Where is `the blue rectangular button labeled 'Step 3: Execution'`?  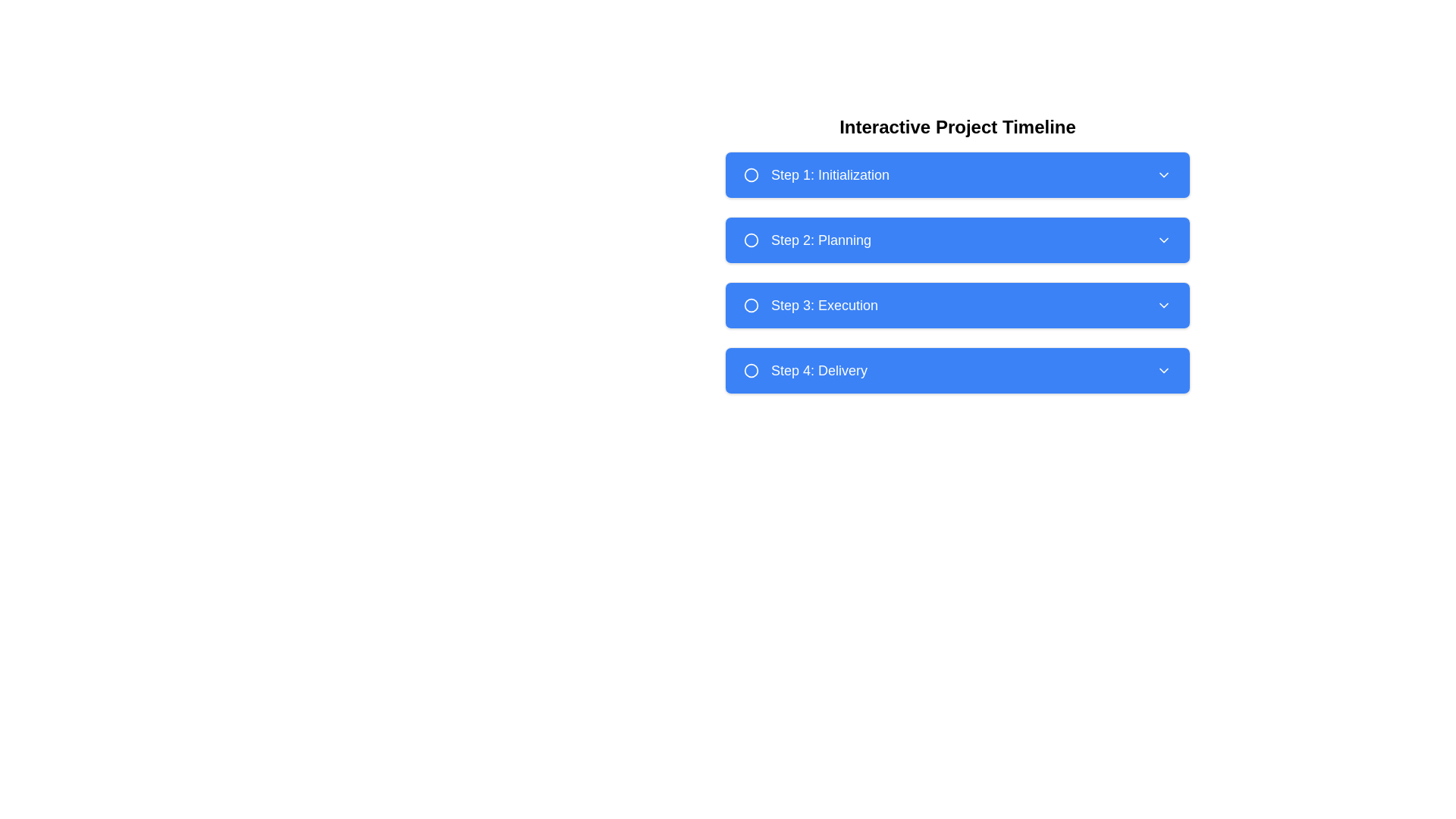 the blue rectangular button labeled 'Step 3: Execution' is located at coordinates (956, 305).